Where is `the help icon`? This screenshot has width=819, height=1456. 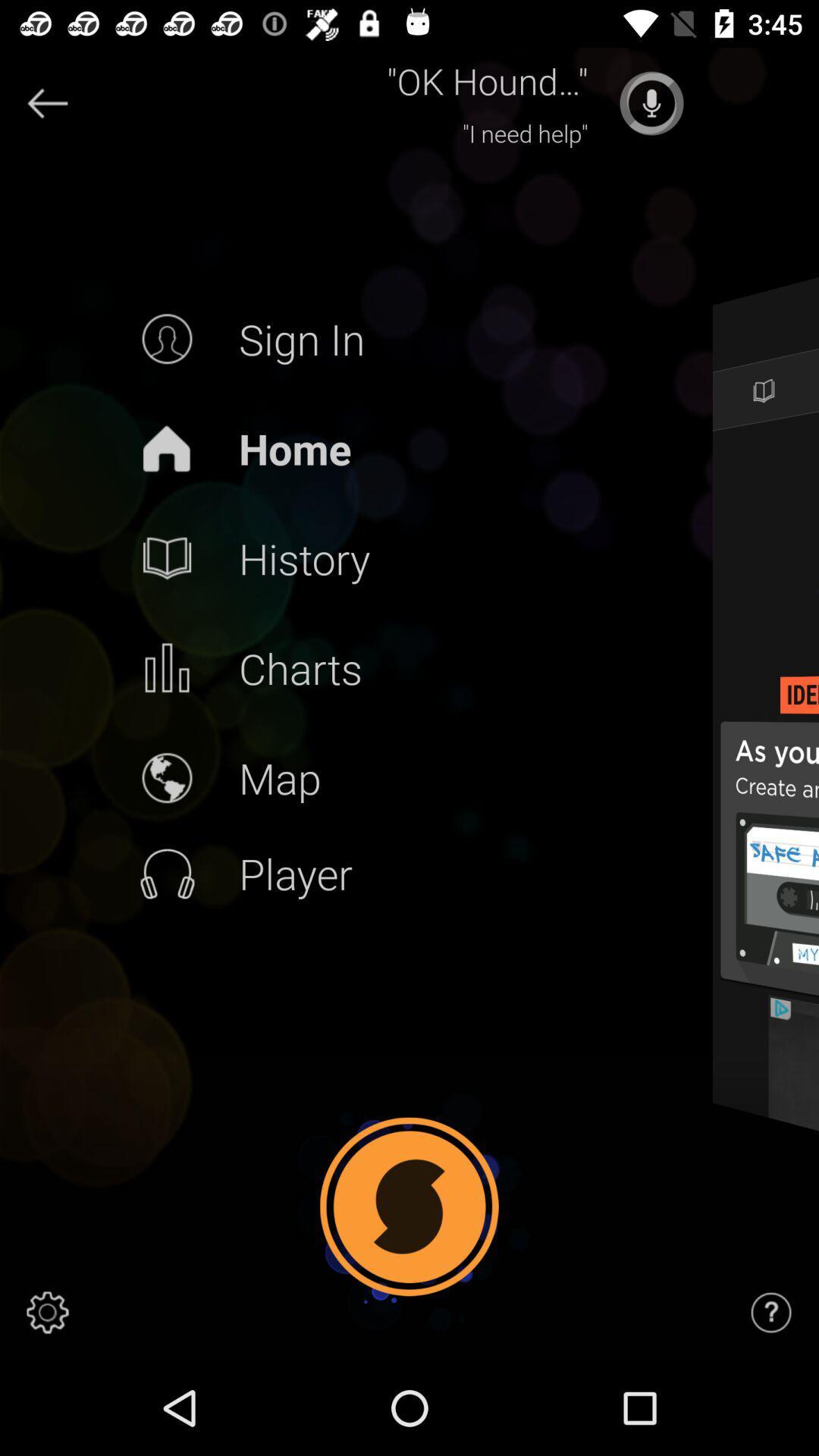 the help icon is located at coordinates (771, 1312).